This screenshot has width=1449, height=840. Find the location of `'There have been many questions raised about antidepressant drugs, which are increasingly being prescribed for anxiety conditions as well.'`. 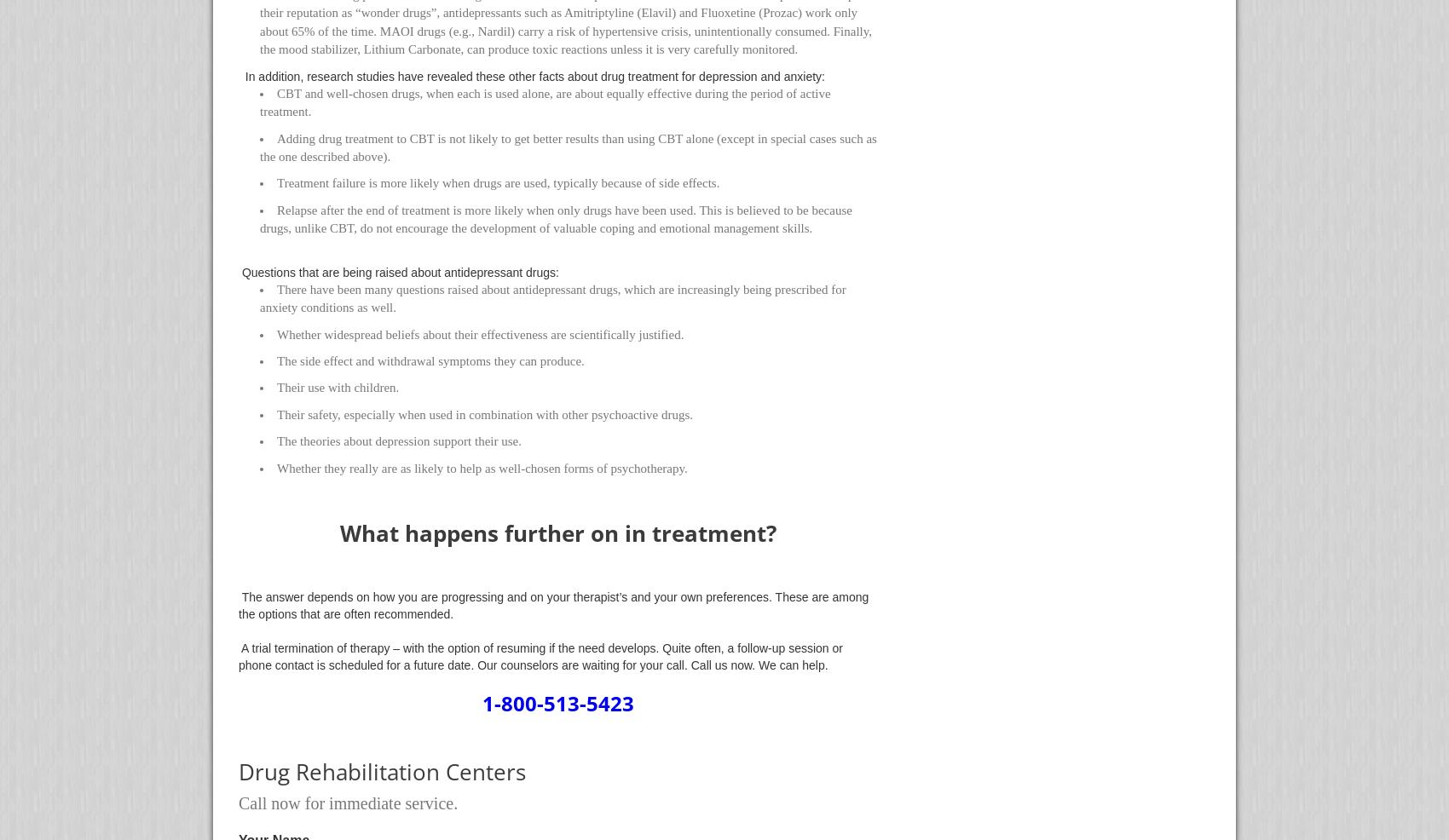

'There have been many questions raised about antidepressant drugs, which are increasingly being prescribed for anxiety conditions as well.' is located at coordinates (552, 297).